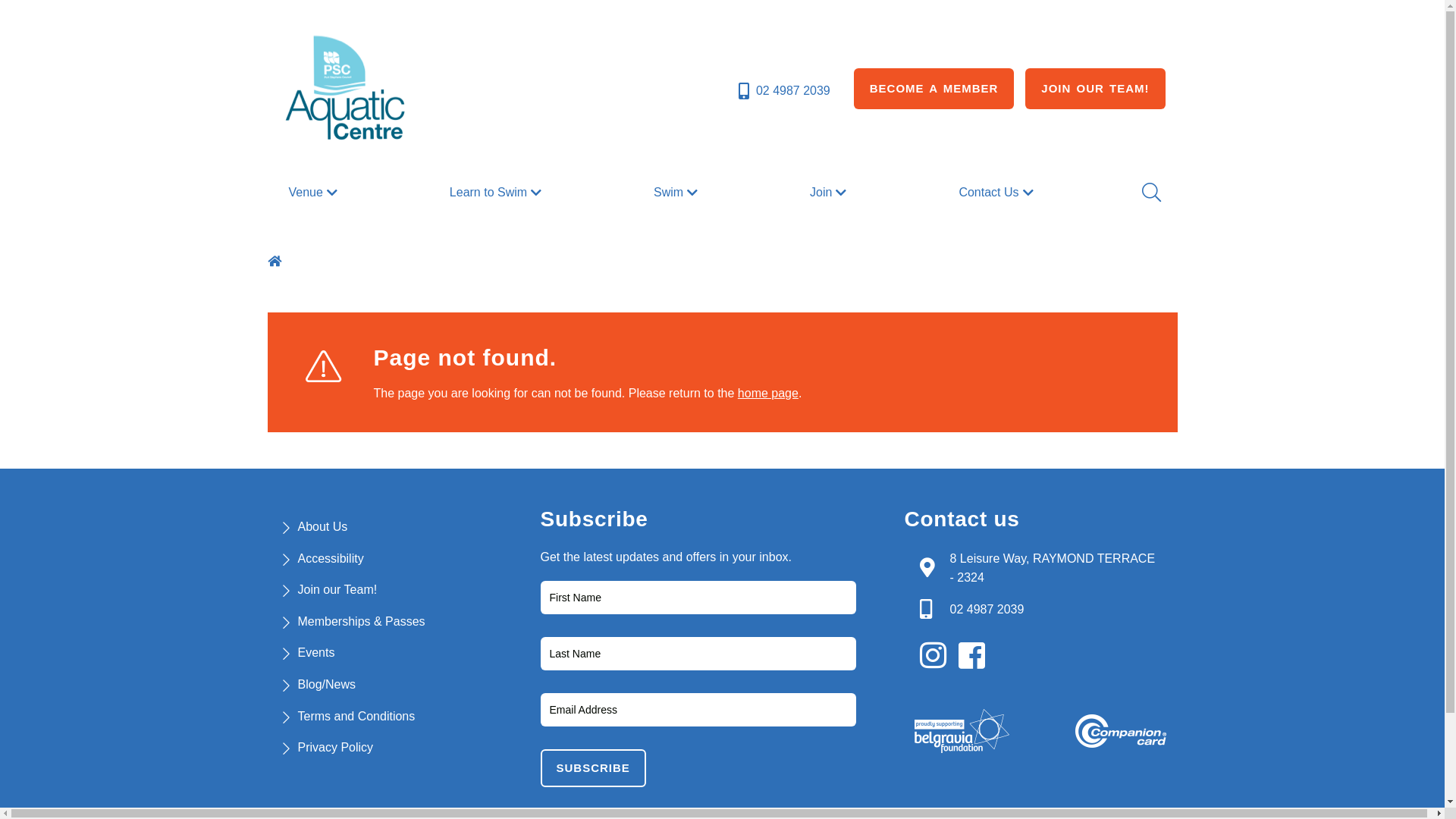  What do you see at coordinates (934, 88) in the screenshot?
I see `'BECOME A MEMBER'` at bounding box center [934, 88].